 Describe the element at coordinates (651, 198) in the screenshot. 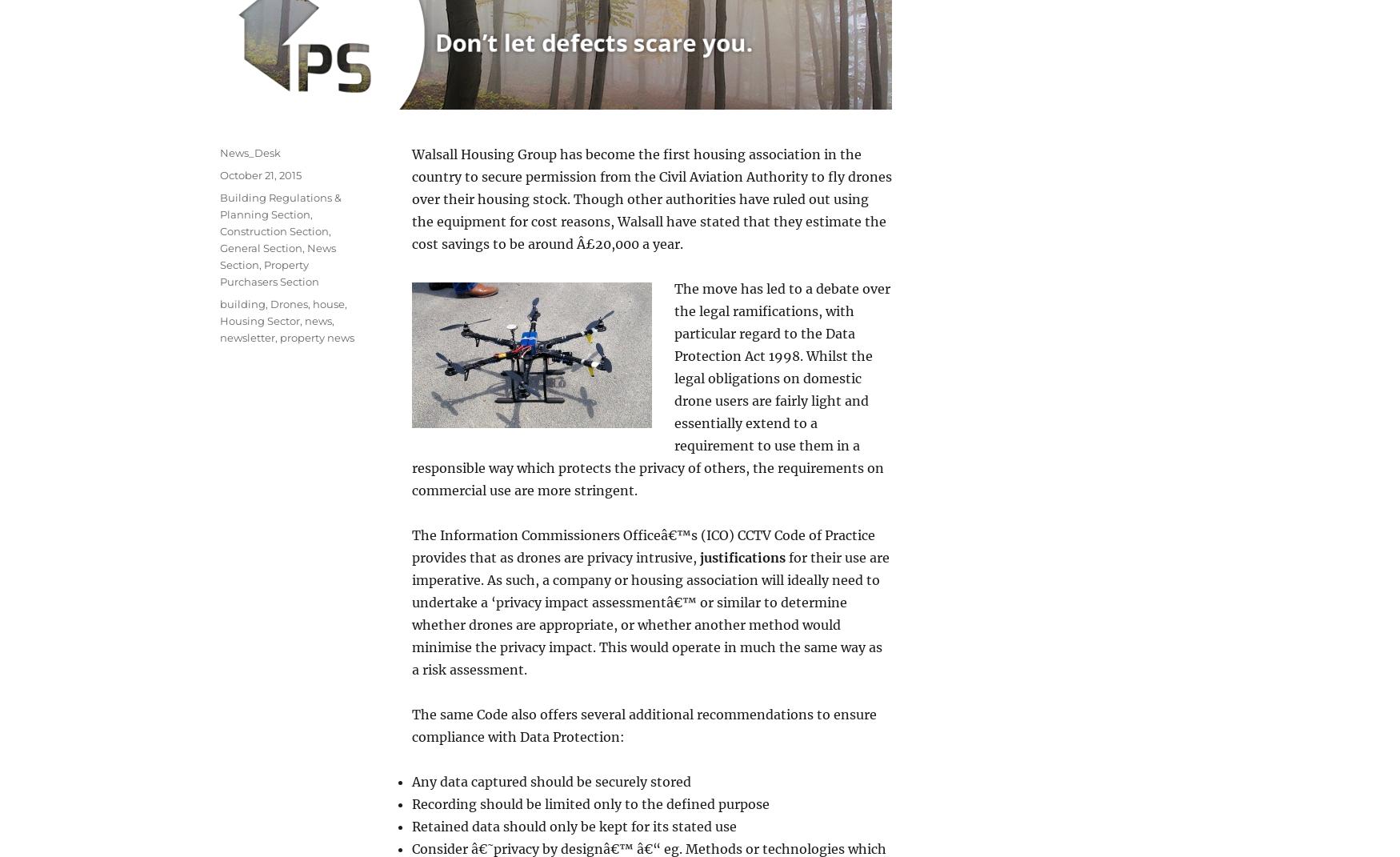

I see `'Walsall Housing Group has become the first housing association in the country to secure permission from the Civil Aviation Authority to fly drones over their housing stock. Though other authorities have ruled out using the equipment for cost reasons, Walsall have stated that they estimate the cost savings to be around Â£20,000 a year.'` at that location.